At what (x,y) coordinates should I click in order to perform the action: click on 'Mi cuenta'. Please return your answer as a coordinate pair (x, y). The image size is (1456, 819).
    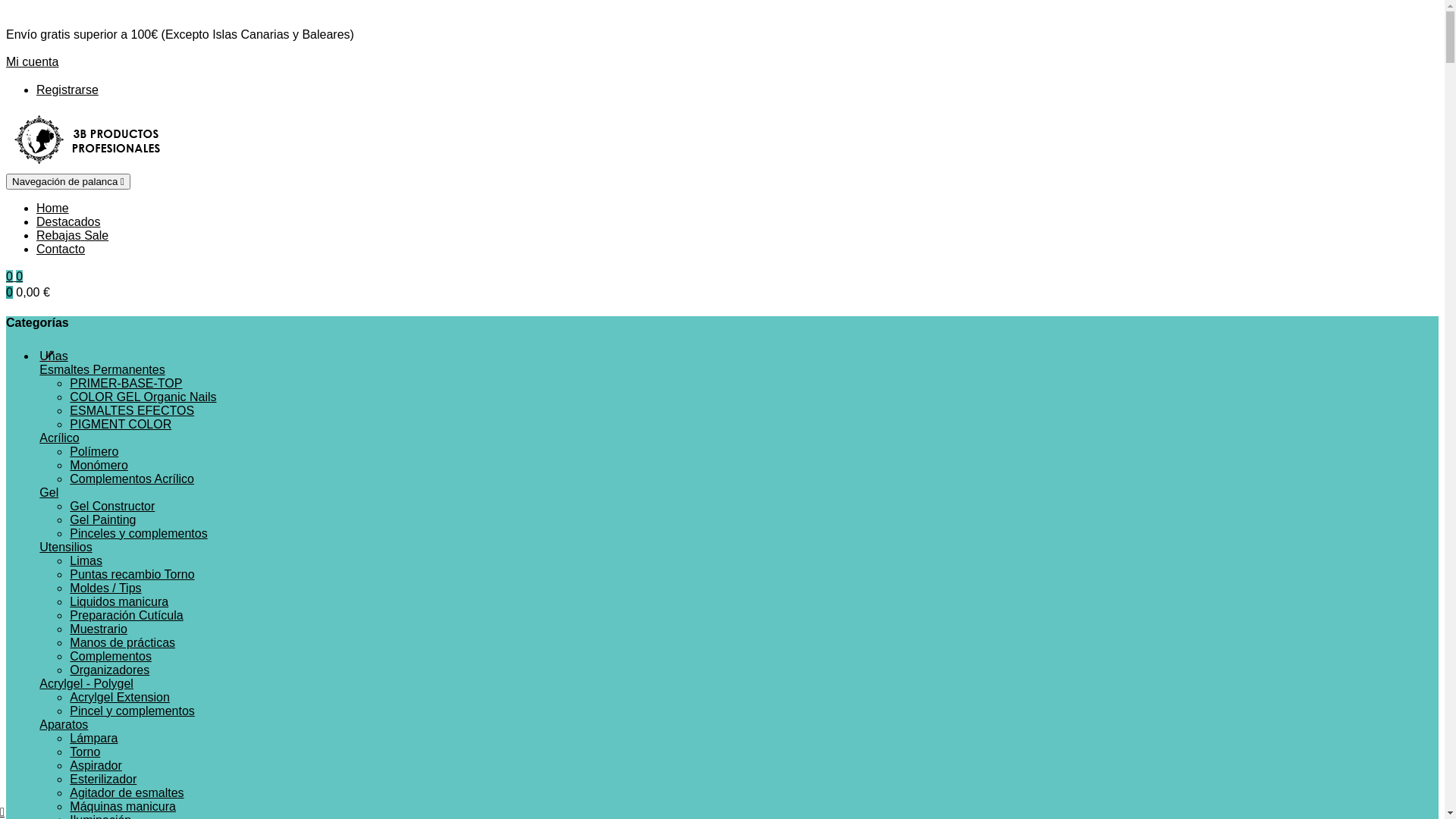
    Looking at the image, I should click on (32, 61).